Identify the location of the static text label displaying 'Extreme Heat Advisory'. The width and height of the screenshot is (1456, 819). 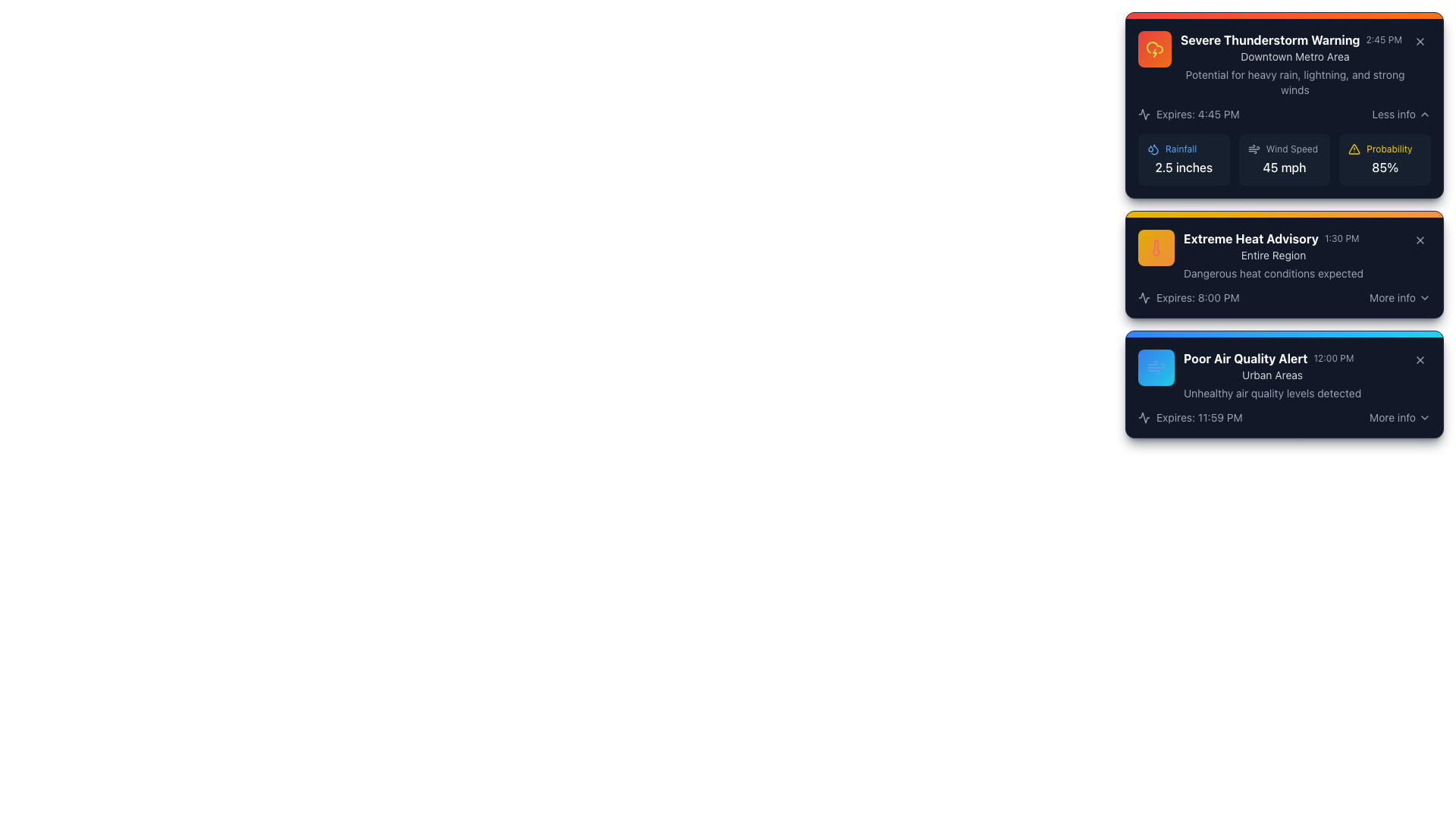
(1273, 239).